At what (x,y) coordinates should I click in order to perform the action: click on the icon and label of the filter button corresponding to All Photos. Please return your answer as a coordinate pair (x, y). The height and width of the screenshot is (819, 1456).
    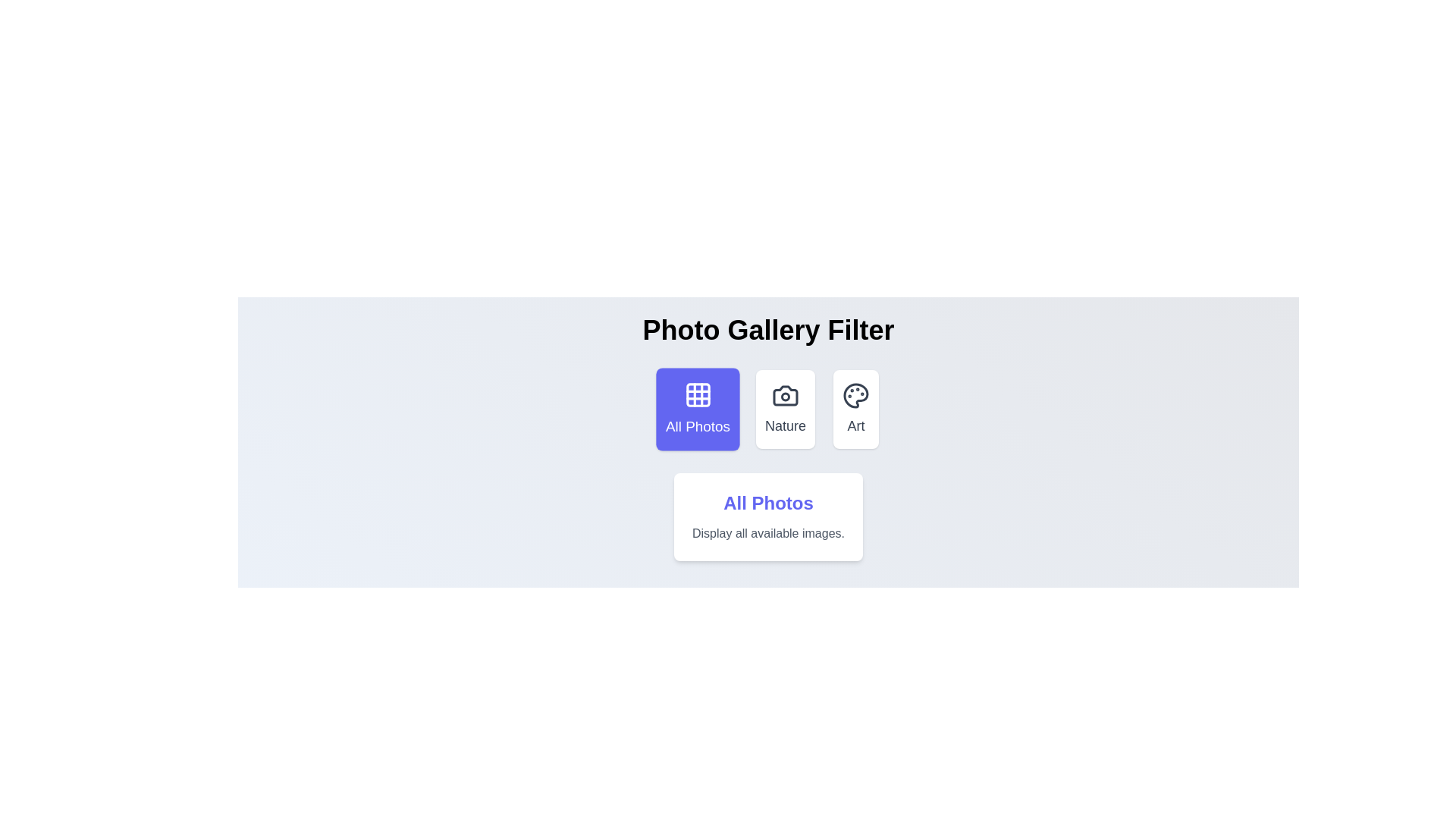
    Looking at the image, I should click on (697, 409).